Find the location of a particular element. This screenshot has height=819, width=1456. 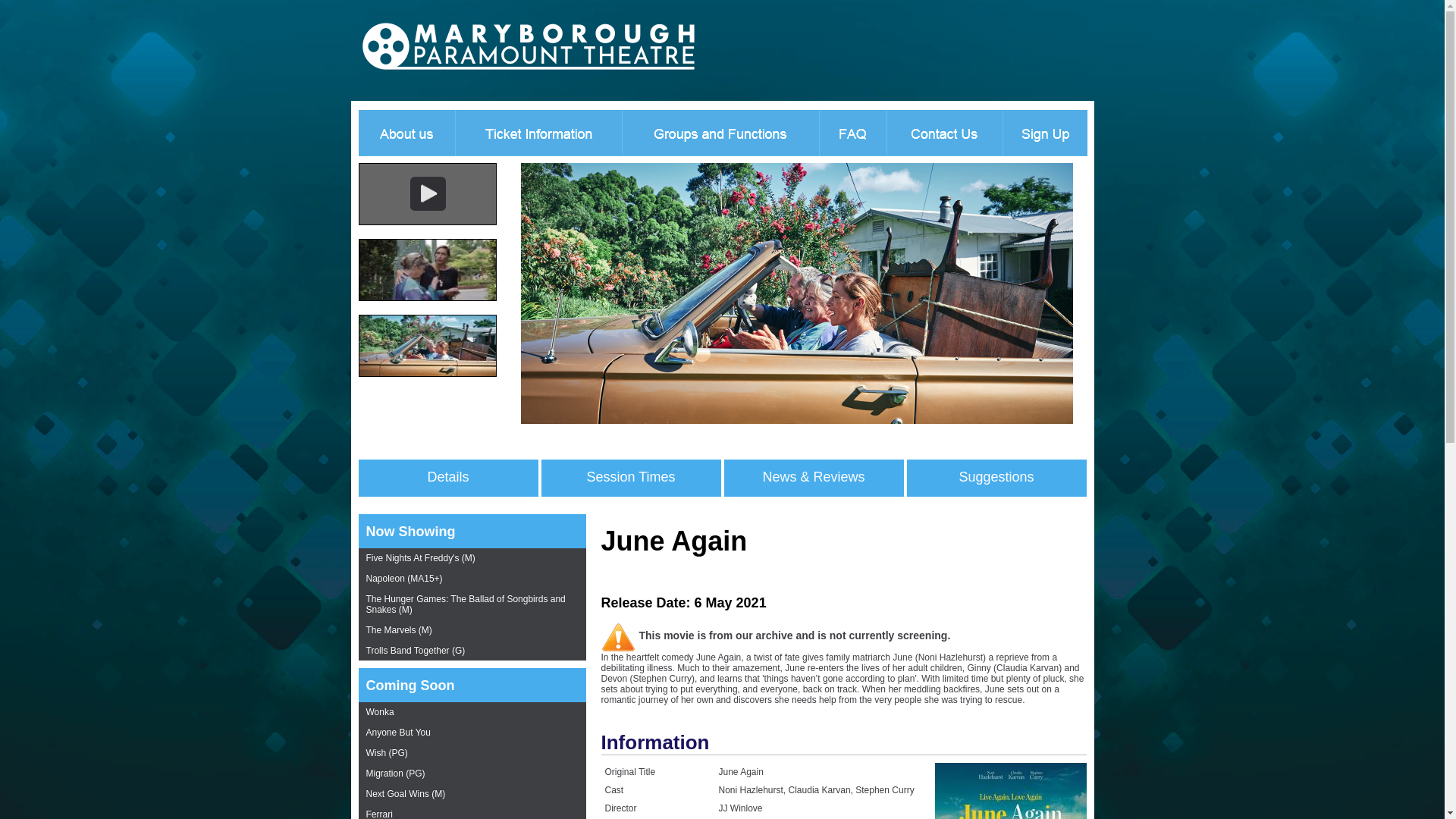

'Anyone But You' is located at coordinates (356, 732).